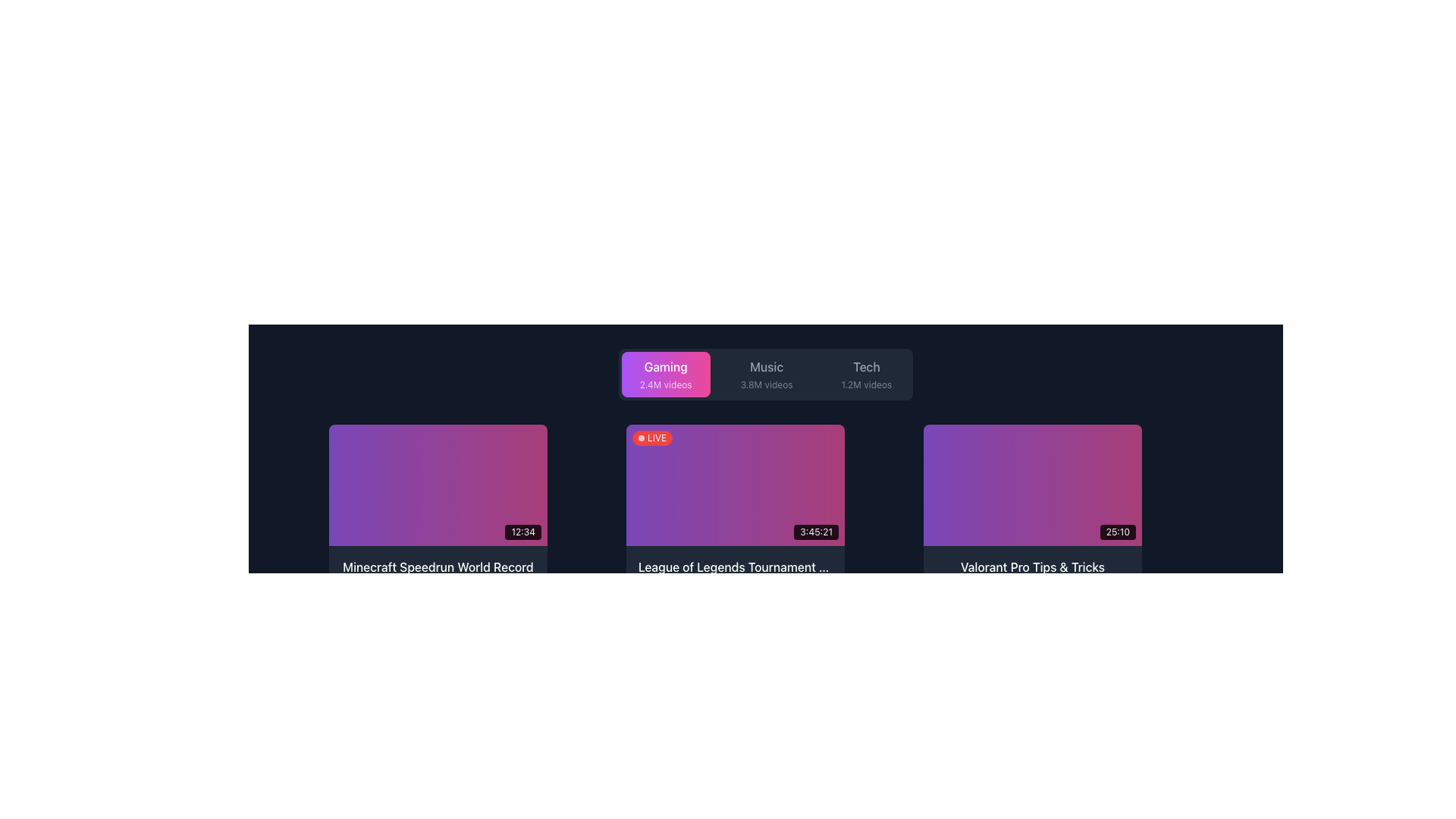 This screenshot has height=819, width=1456. I want to click on the 'Music' category label, so click(767, 374).